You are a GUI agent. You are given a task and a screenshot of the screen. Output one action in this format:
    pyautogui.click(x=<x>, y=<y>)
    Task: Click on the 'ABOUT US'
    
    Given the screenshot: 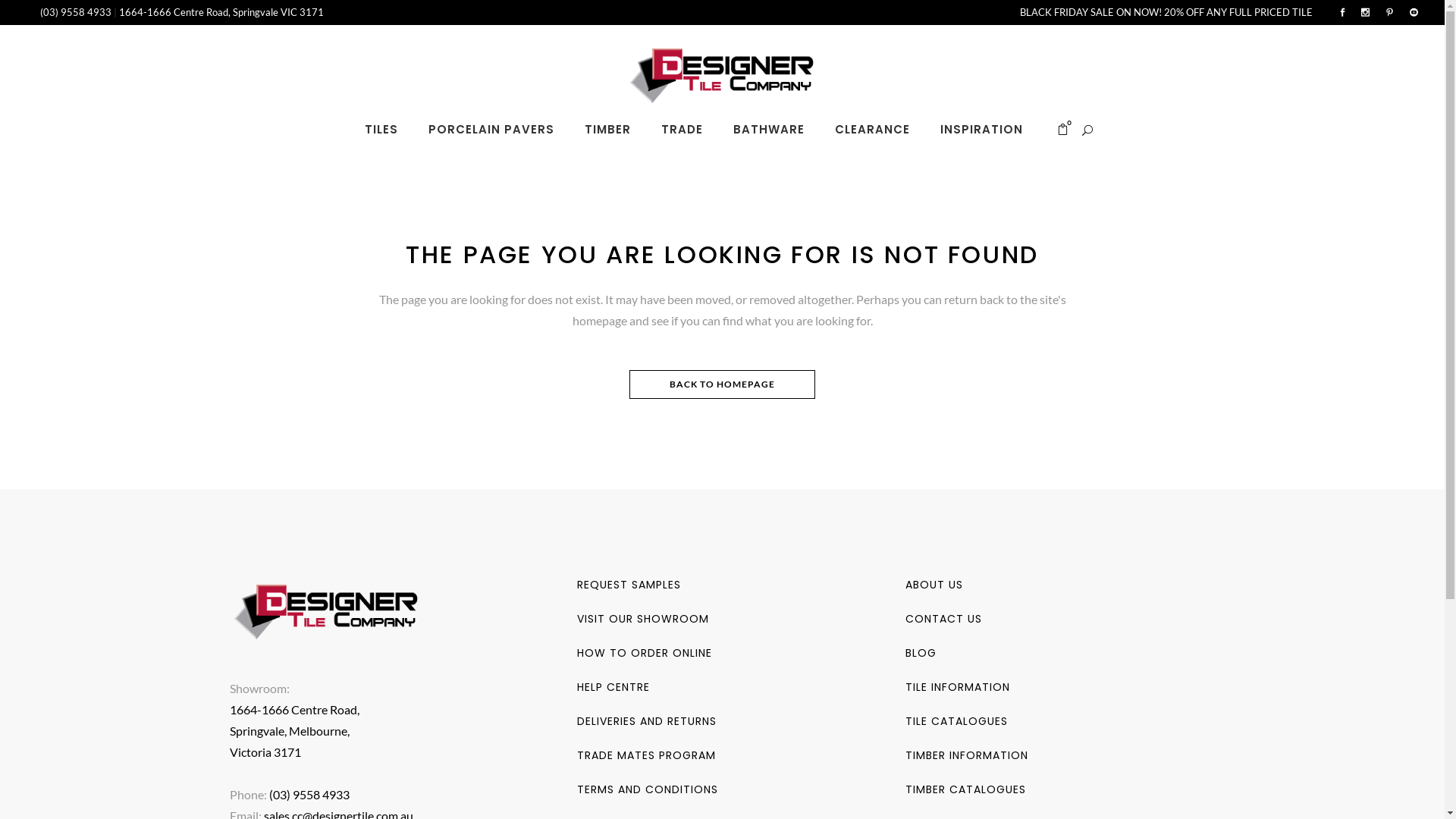 What is the action you would take?
    pyautogui.click(x=934, y=584)
    